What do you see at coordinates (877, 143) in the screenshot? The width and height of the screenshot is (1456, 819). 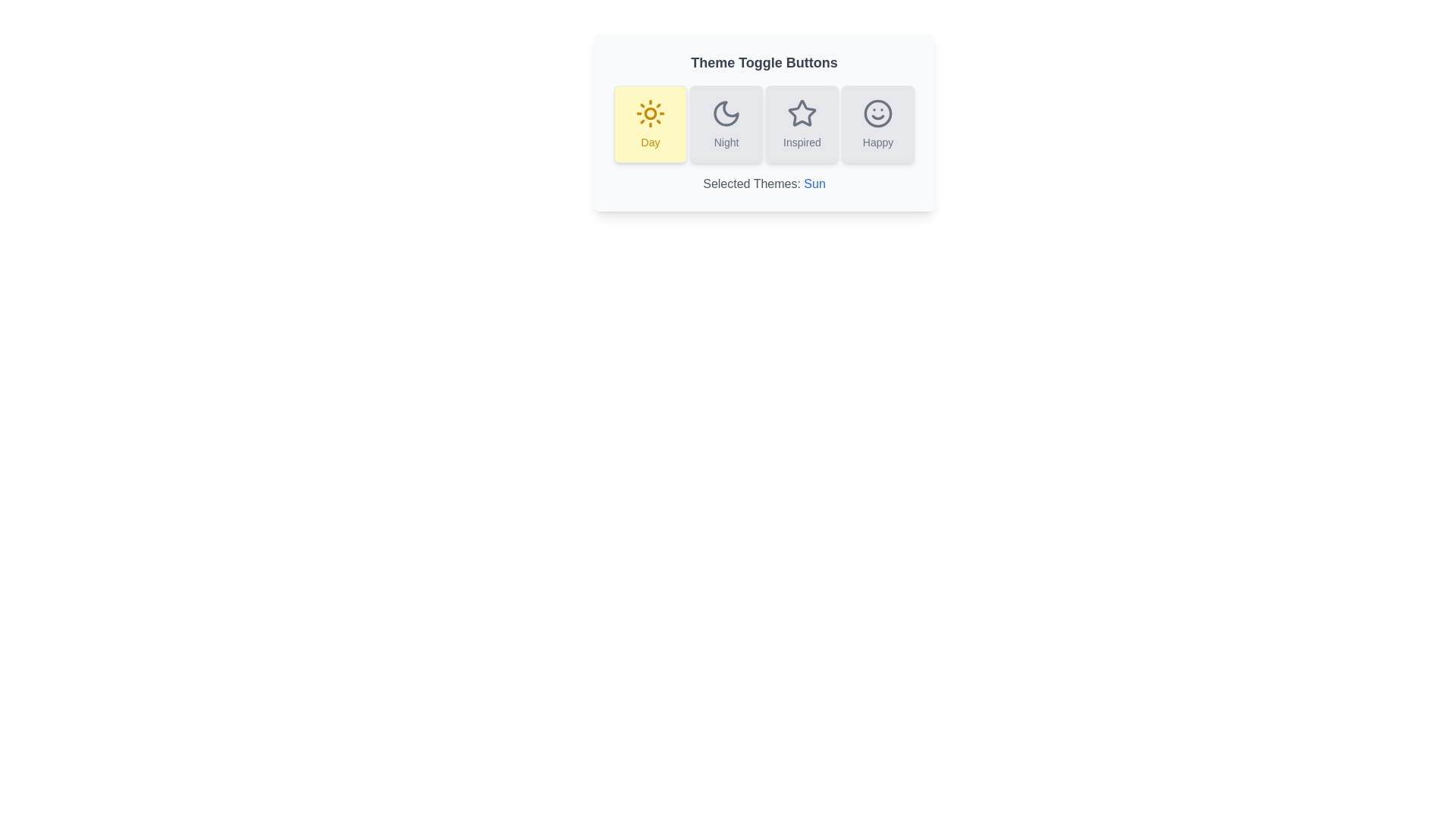 I see `the text label displaying 'Happy' that is located below the smiley face icon in the mood button section` at bounding box center [877, 143].